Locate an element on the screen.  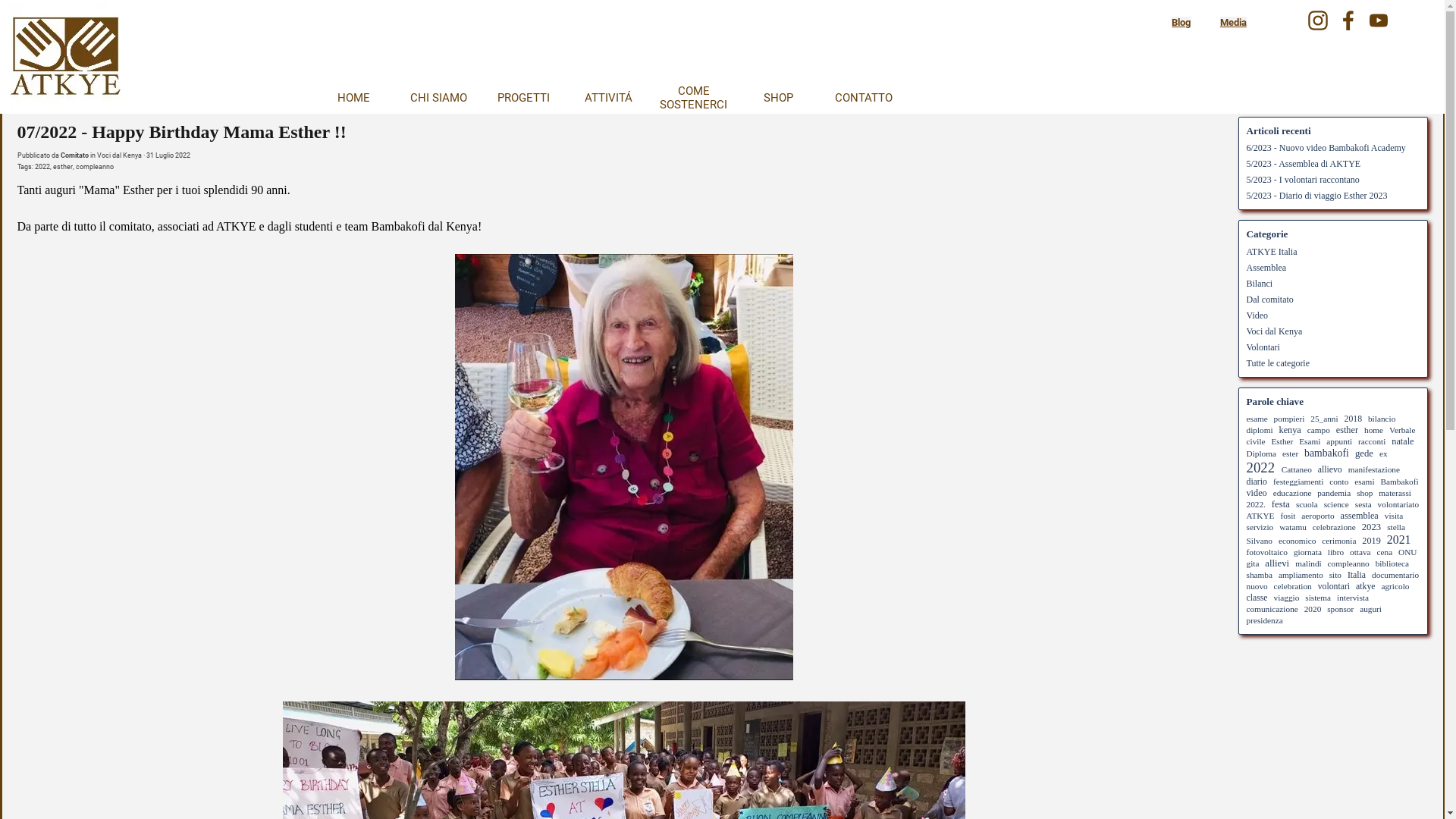
'esame' is located at coordinates (1257, 418).